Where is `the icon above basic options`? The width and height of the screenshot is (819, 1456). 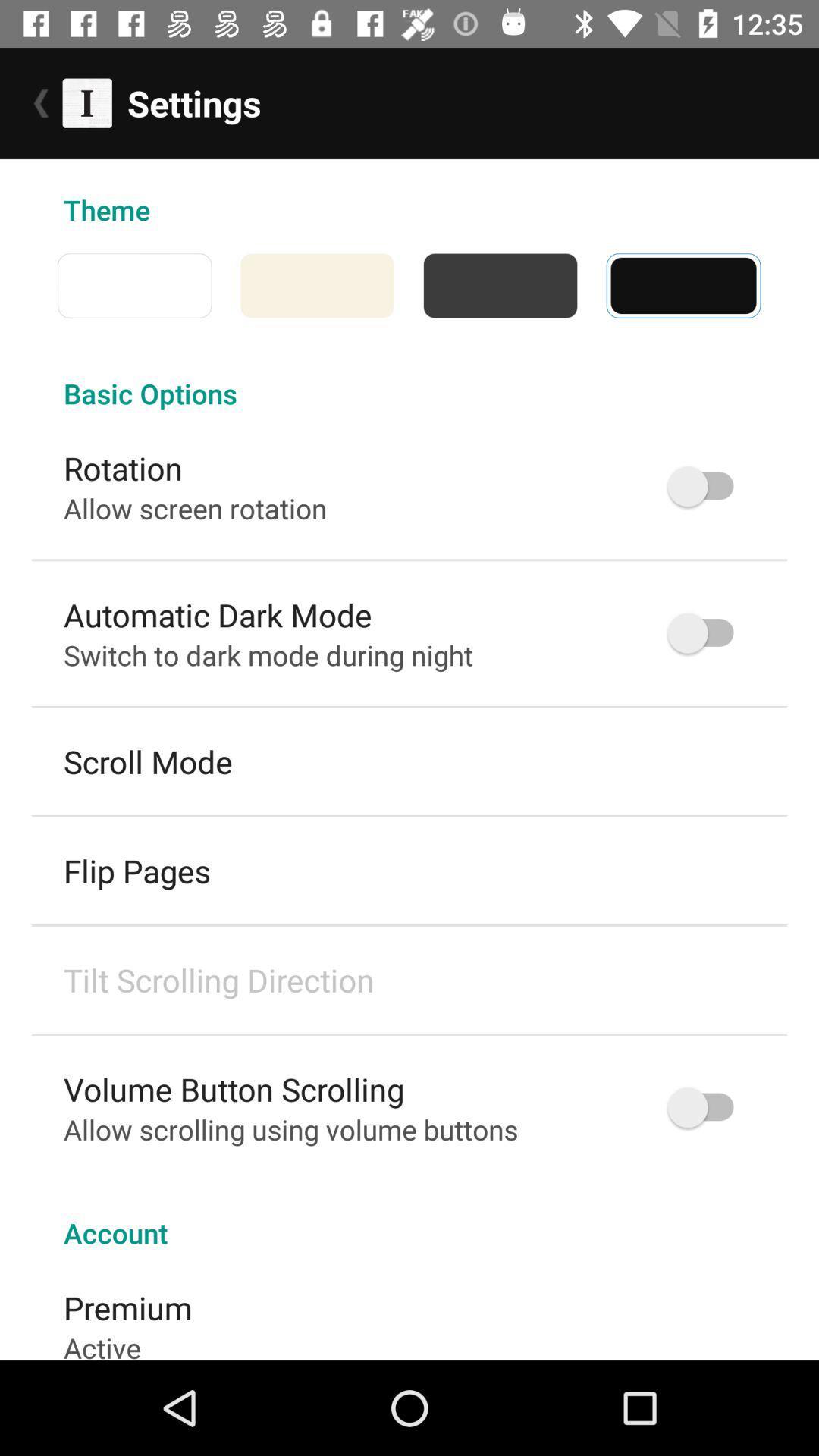
the icon above basic options is located at coordinates (226, 285).